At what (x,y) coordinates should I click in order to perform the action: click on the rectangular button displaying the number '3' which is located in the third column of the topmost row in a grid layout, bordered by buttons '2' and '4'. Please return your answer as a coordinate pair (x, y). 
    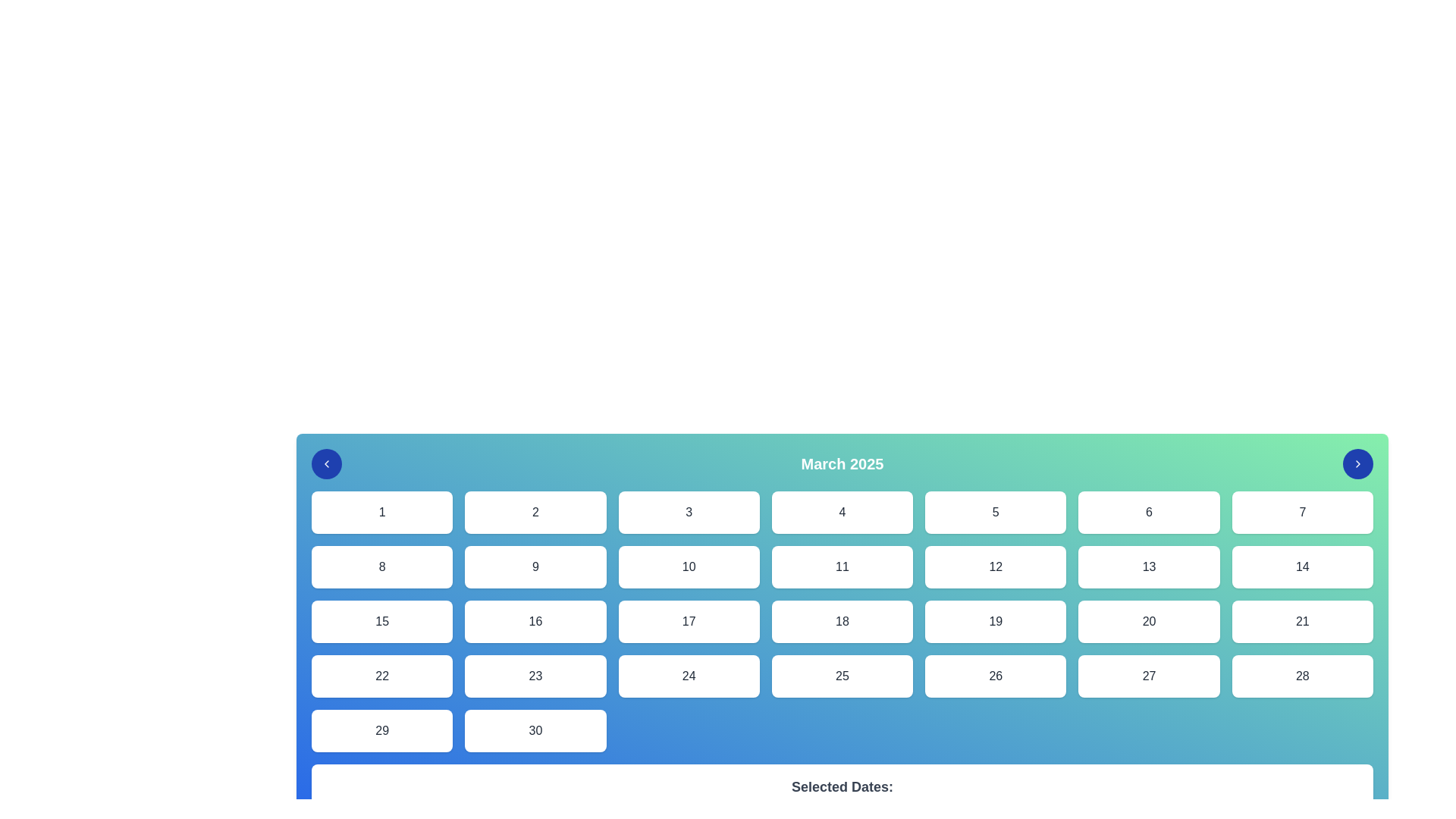
    Looking at the image, I should click on (688, 512).